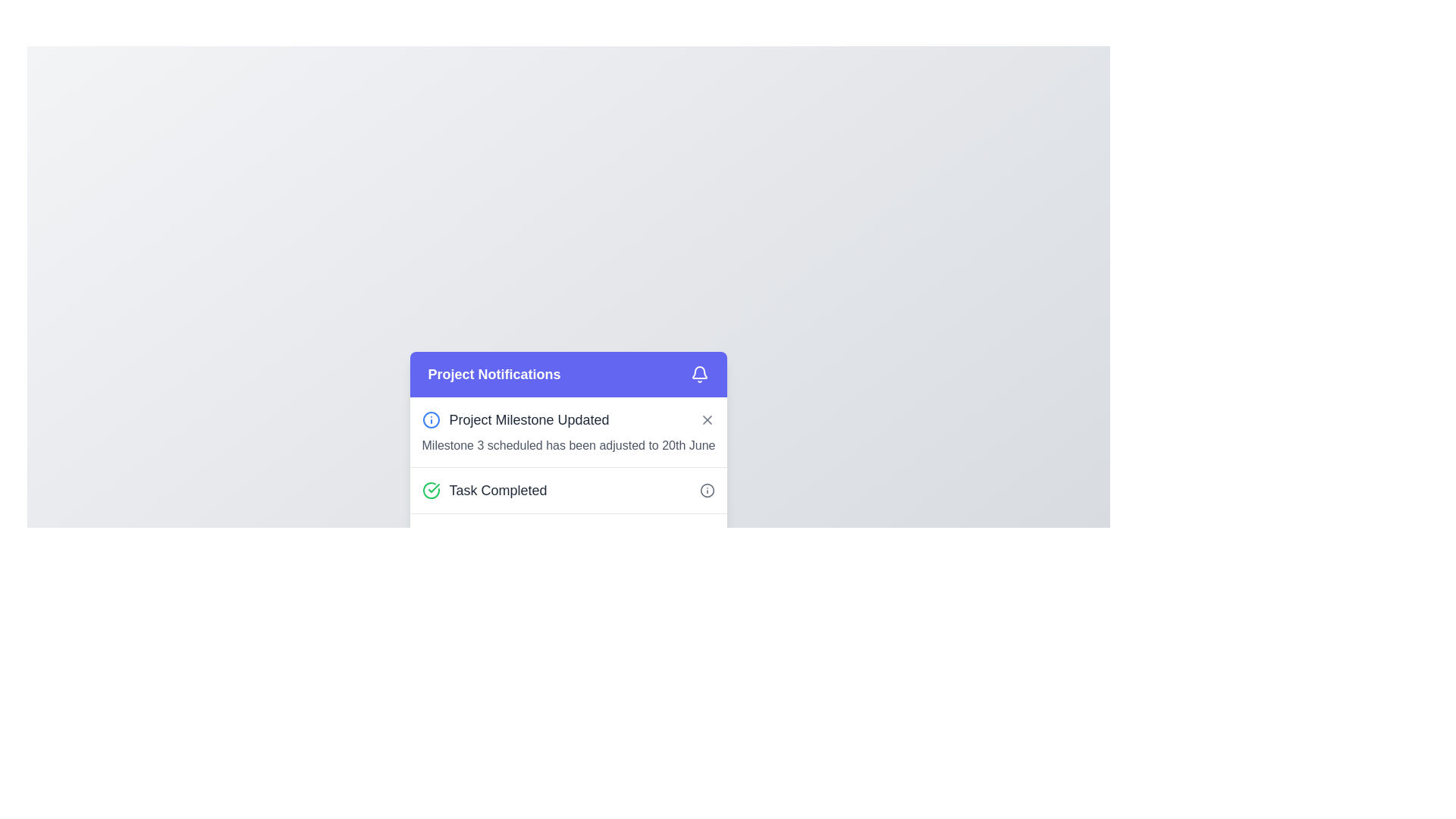 The image size is (1456, 819). What do you see at coordinates (516, 420) in the screenshot?
I see `the text label 'Project Milestone Updated' next to the blue information icon in the notification list` at bounding box center [516, 420].